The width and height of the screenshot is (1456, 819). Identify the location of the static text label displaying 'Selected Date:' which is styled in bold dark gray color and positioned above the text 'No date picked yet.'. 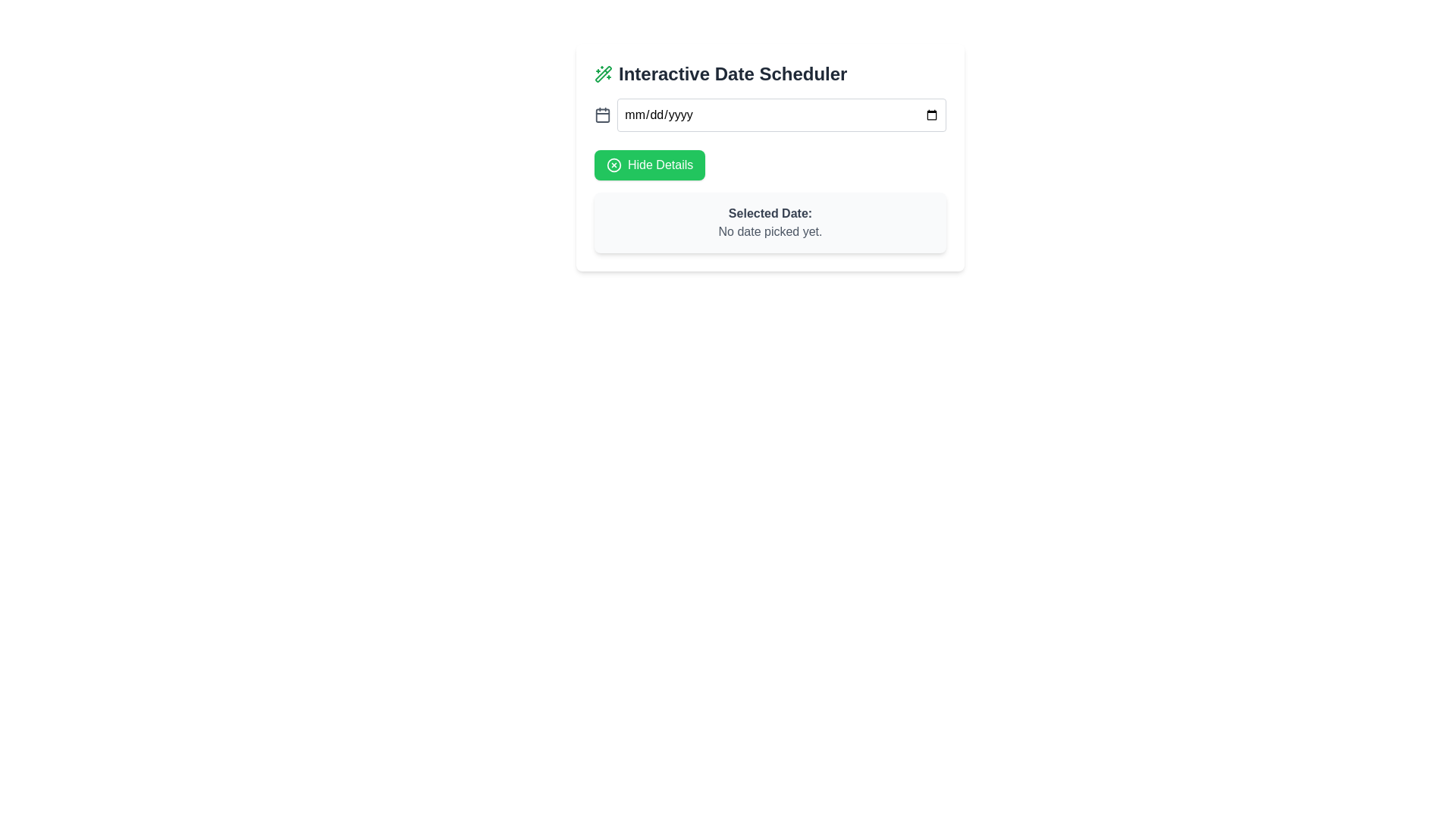
(770, 213).